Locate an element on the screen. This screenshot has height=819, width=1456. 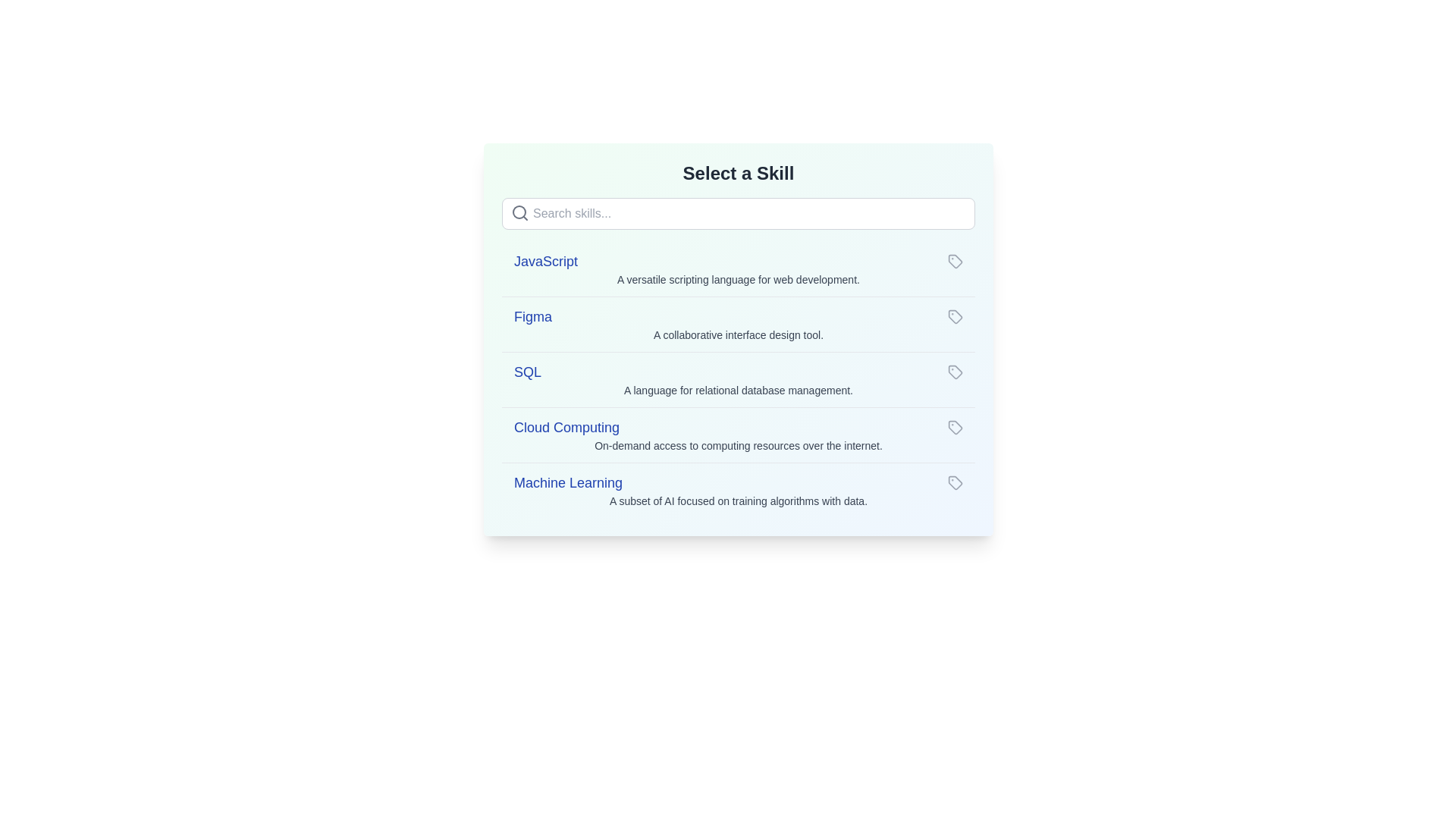
the second item in the selectable list labeled 'Select a Skill', which represents the skill 'Figma' is located at coordinates (739, 323).